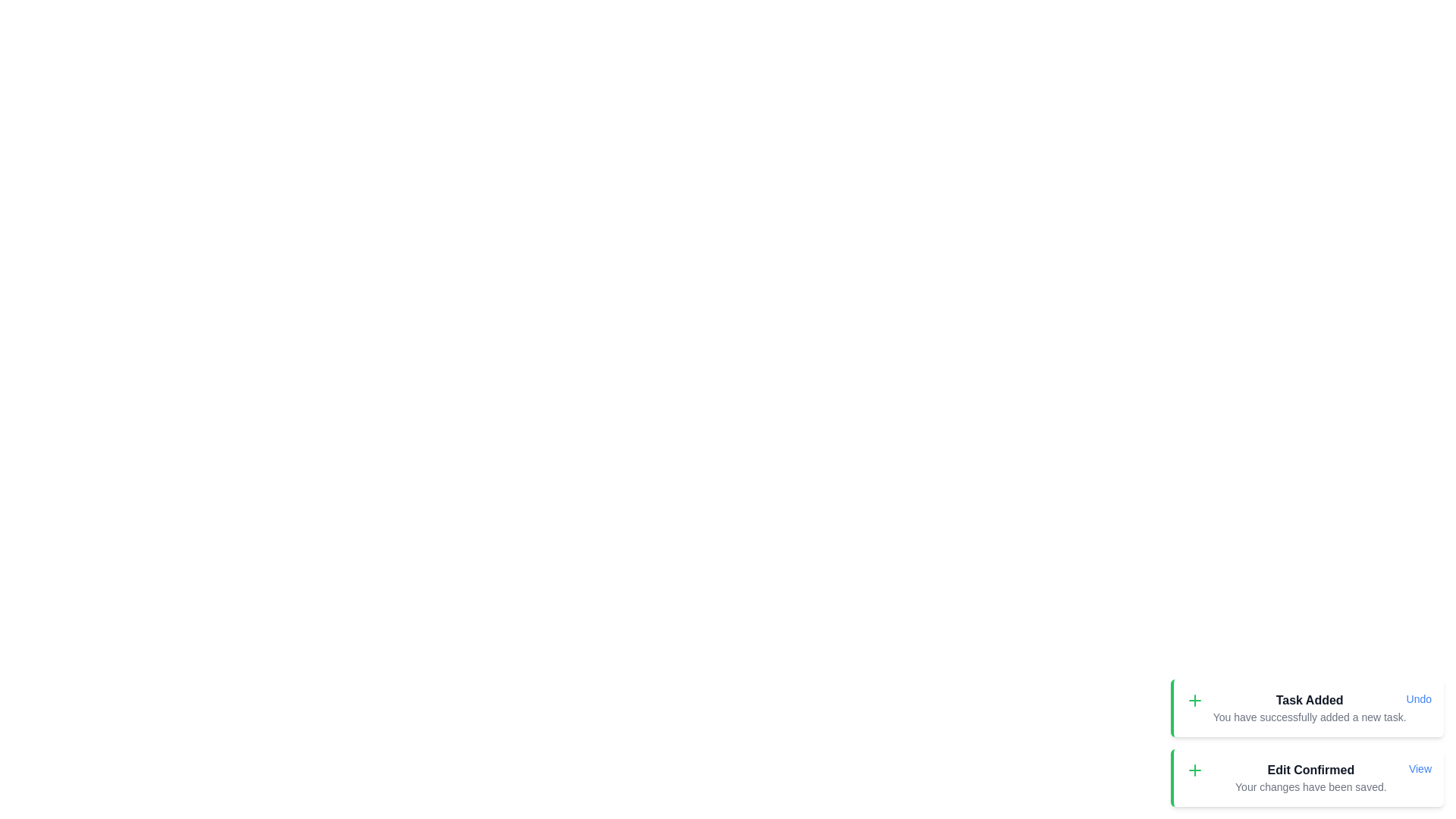 The image size is (1456, 819). I want to click on the action button labeled View in the snackbar item, so click(1419, 769).